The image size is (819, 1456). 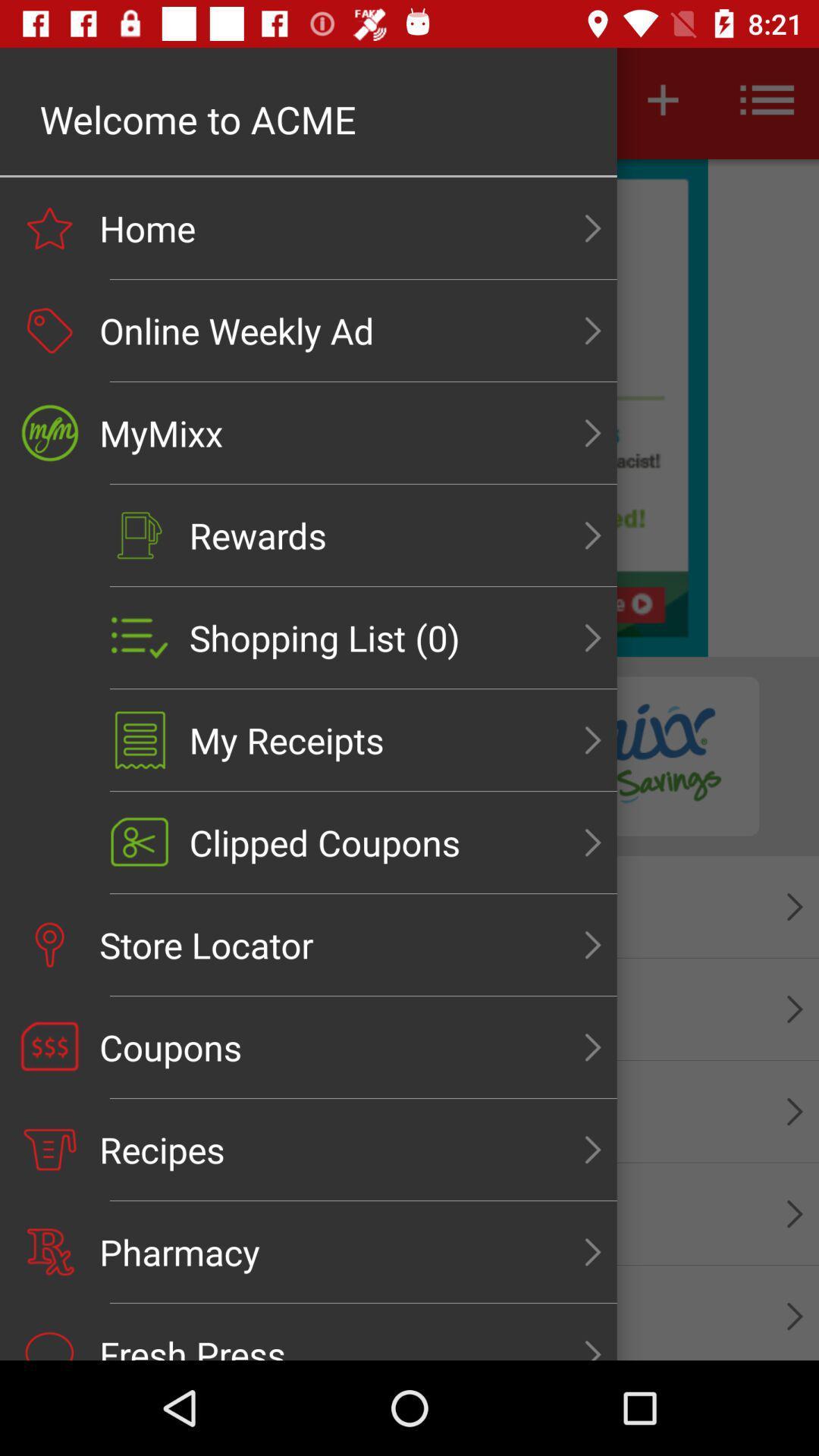 What do you see at coordinates (49, 1150) in the screenshot?
I see `the recipes icon` at bounding box center [49, 1150].